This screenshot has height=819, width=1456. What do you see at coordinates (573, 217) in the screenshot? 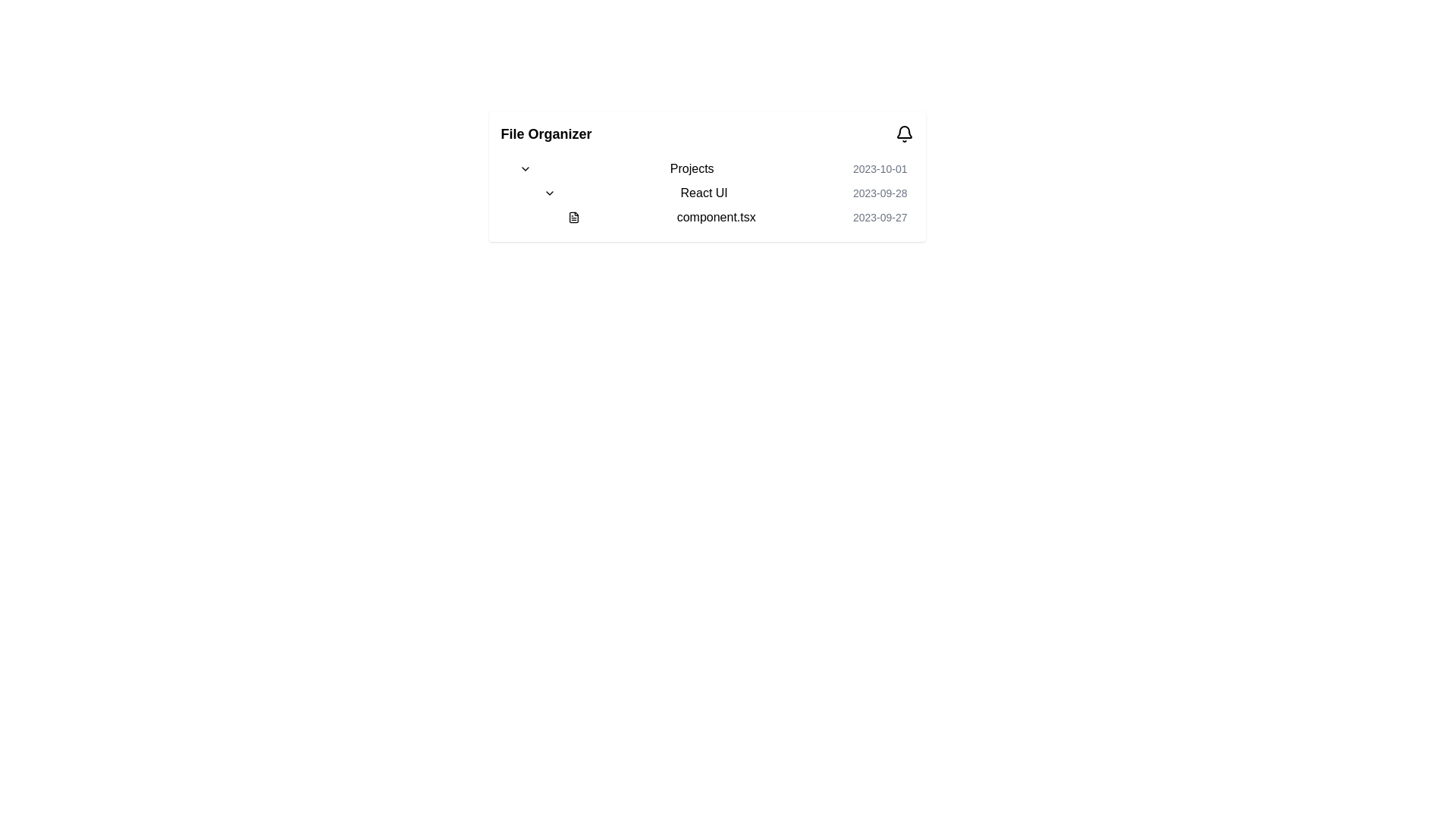
I see `the file icon representing 'component.tsx' located next to the file name in the 'React UI' folder in the file organizer interface` at bounding box center [573, 217].